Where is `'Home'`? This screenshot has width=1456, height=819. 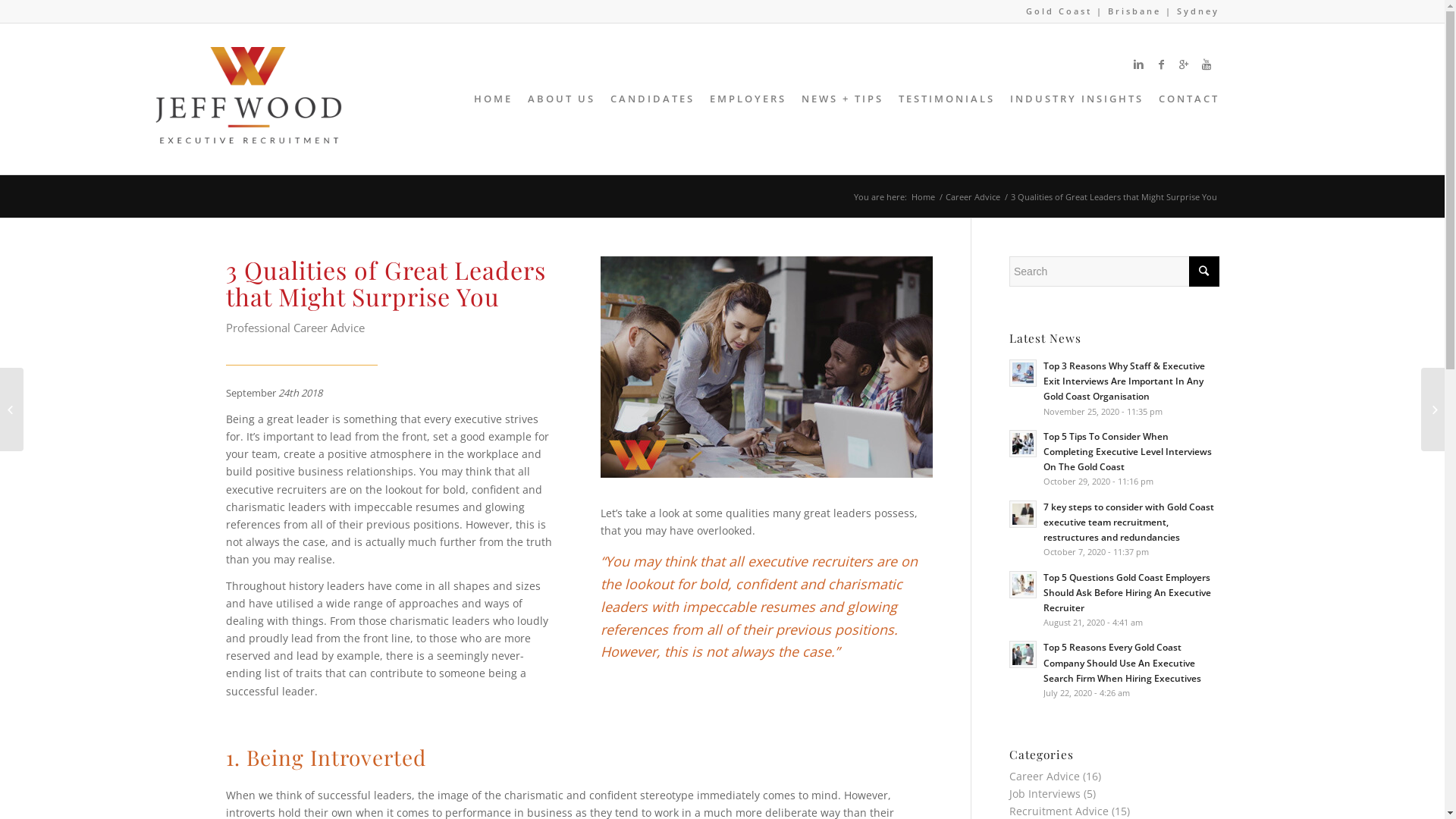
'Home' is located at coordinates (921, 196).